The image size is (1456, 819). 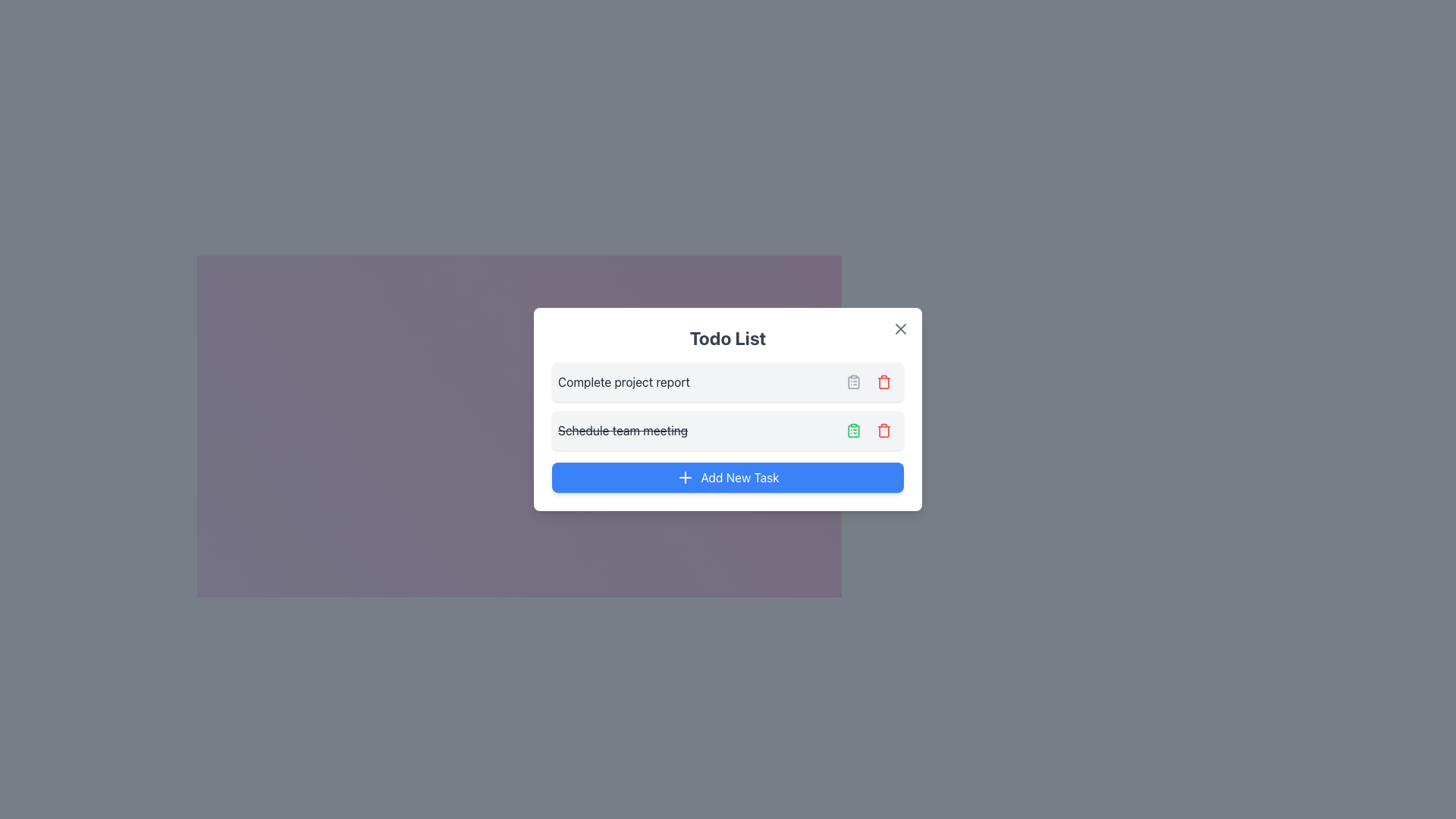 What do you see at coordinates (884, 430) in the screenshot?
I see `the red circular trash bin icon located at the far right of the 'Schedule team meeting' line item in the todo list` at bounding box center [884, 430].